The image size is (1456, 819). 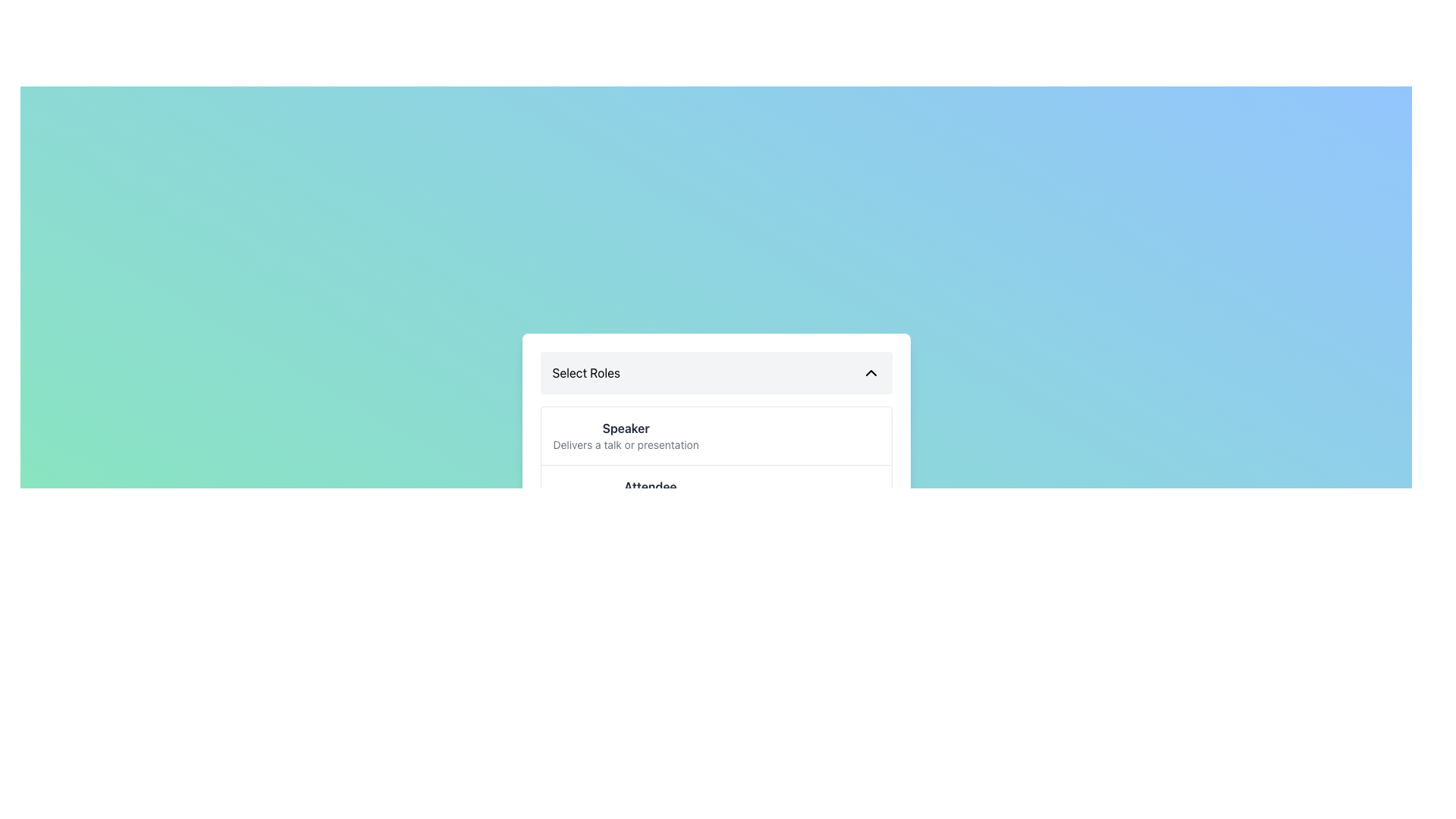 I want to click on the Role selection option labeled 'Attendee', so click(x=650, y=494).